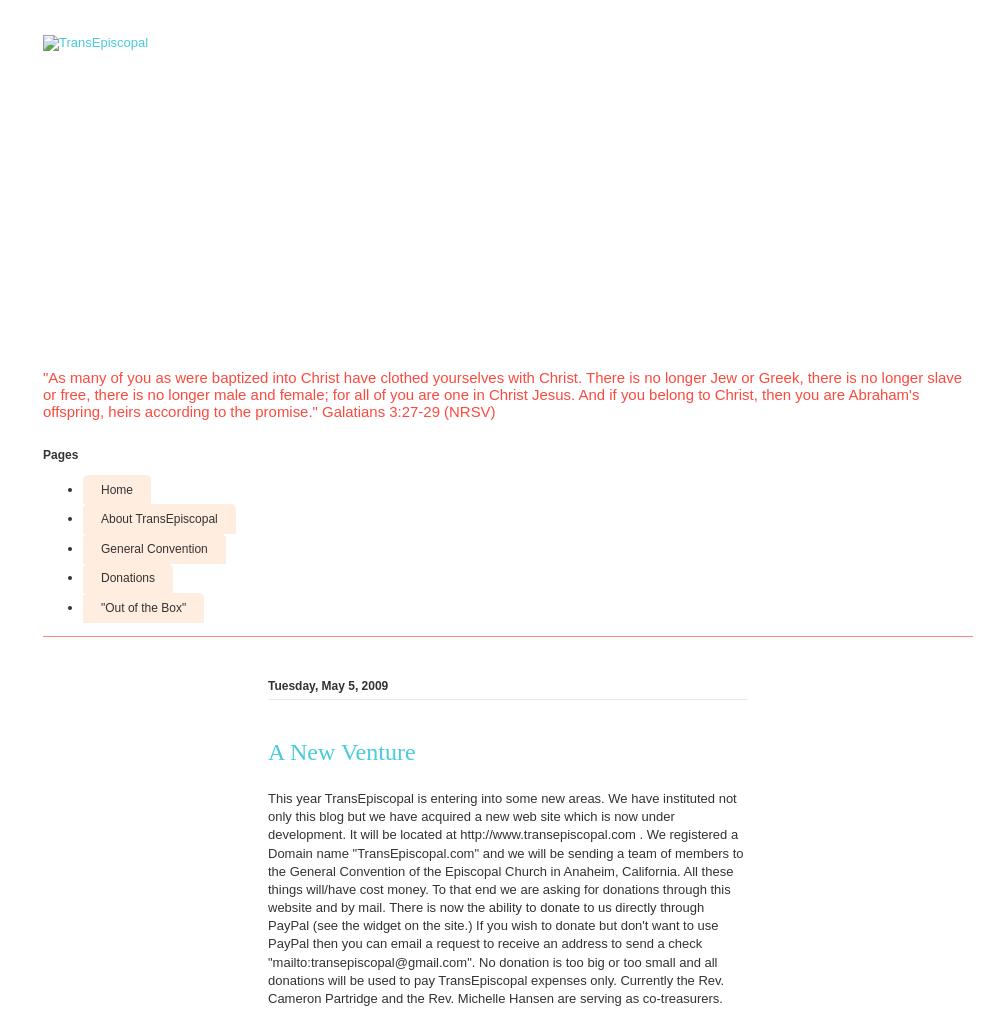 This screenshot has height=1023, width=1008. What do you see at coordinates (143, 606) in the screenshot?
I see `'"Out of the Box"'` at bounding box center [143, 606].